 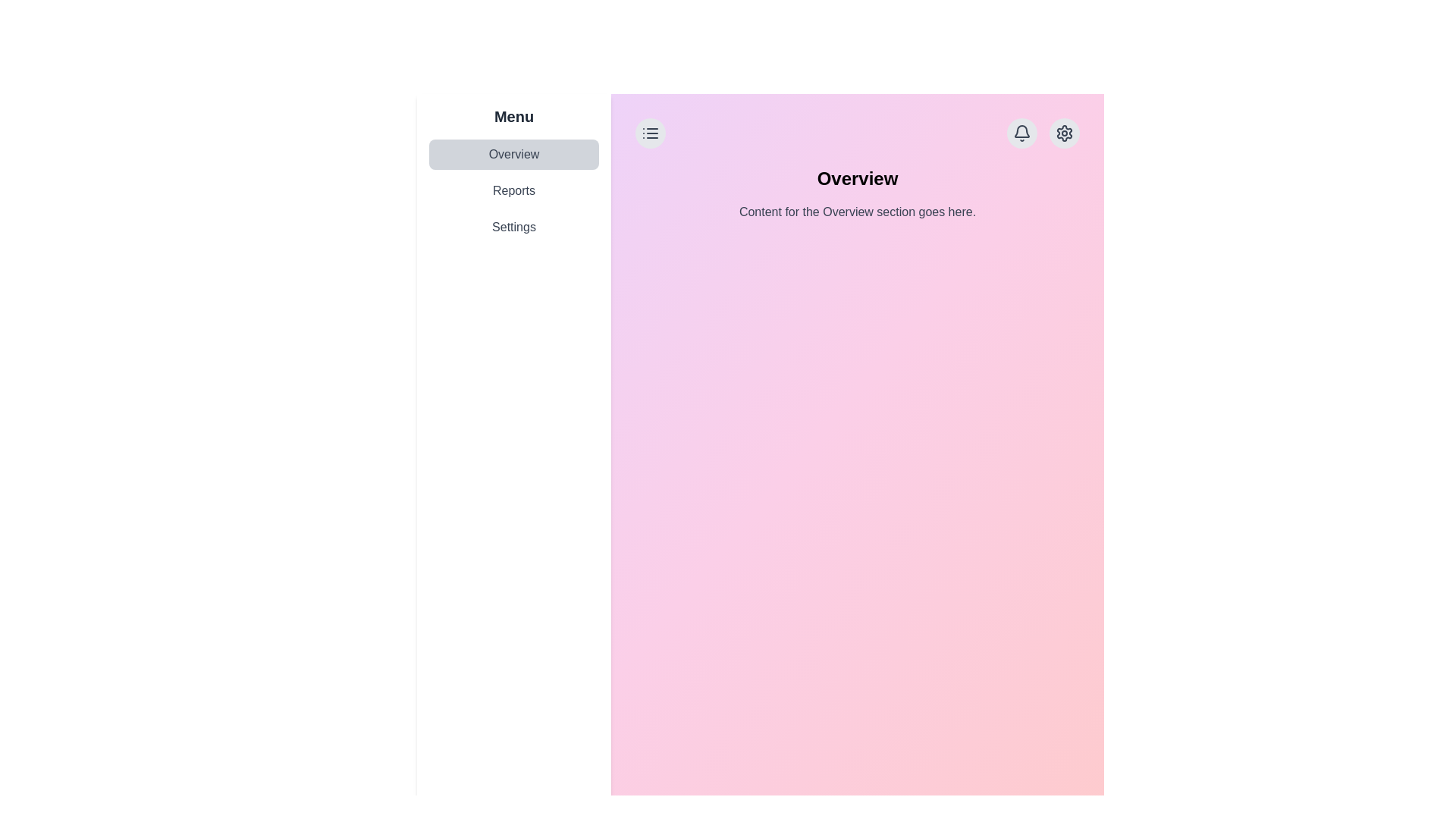 I want to click on the 'Overview' button, which is a rectangular button with rounded corners and a light gray background, located in the left sidebar of the interface, so click(x=513, y=155).